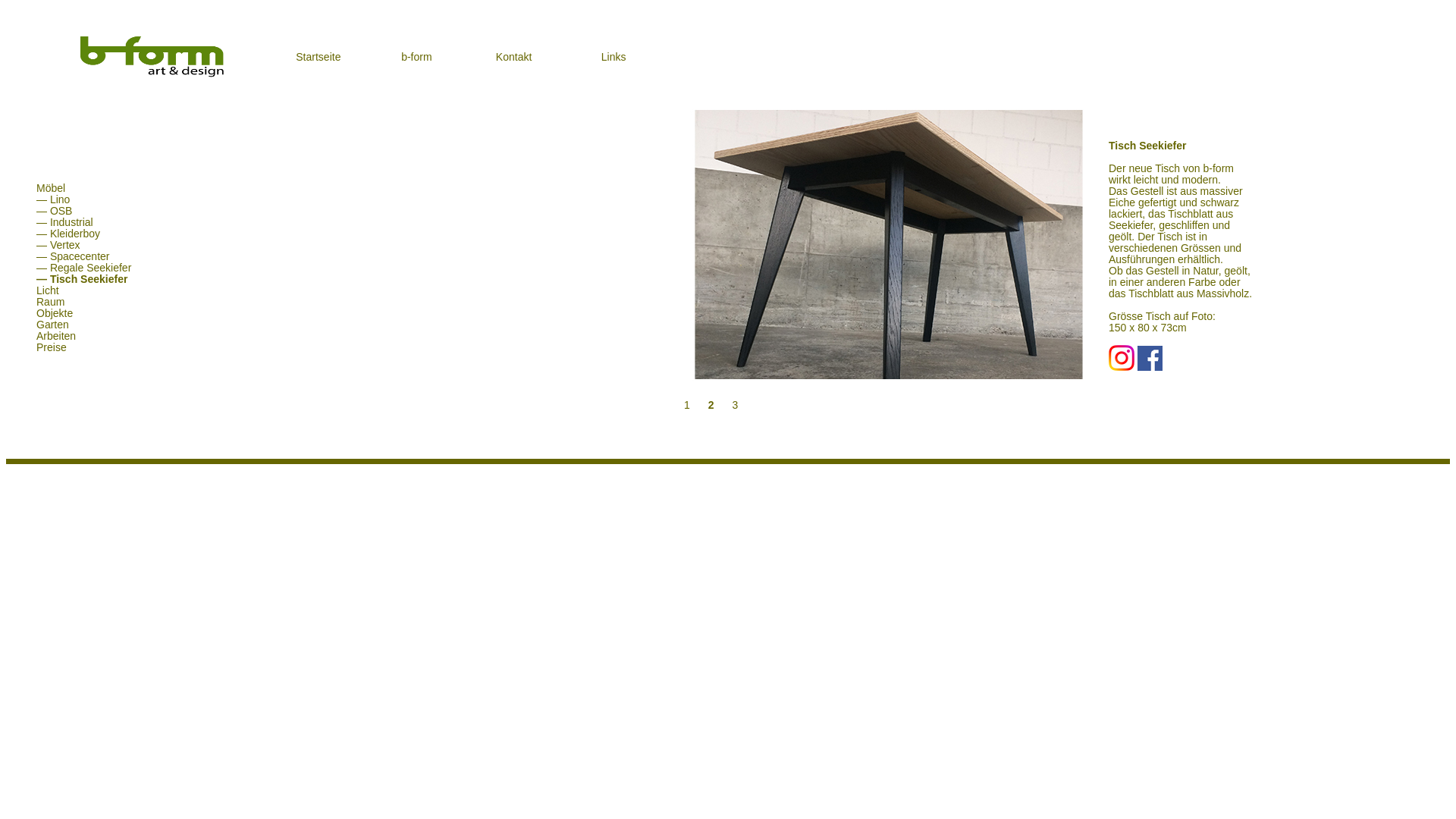 Image resolution: width=1456 pixels, height=819 pixels. Describe the element at coordinates (39, 290) in the screenshot. I see `'Licht'` at that location.